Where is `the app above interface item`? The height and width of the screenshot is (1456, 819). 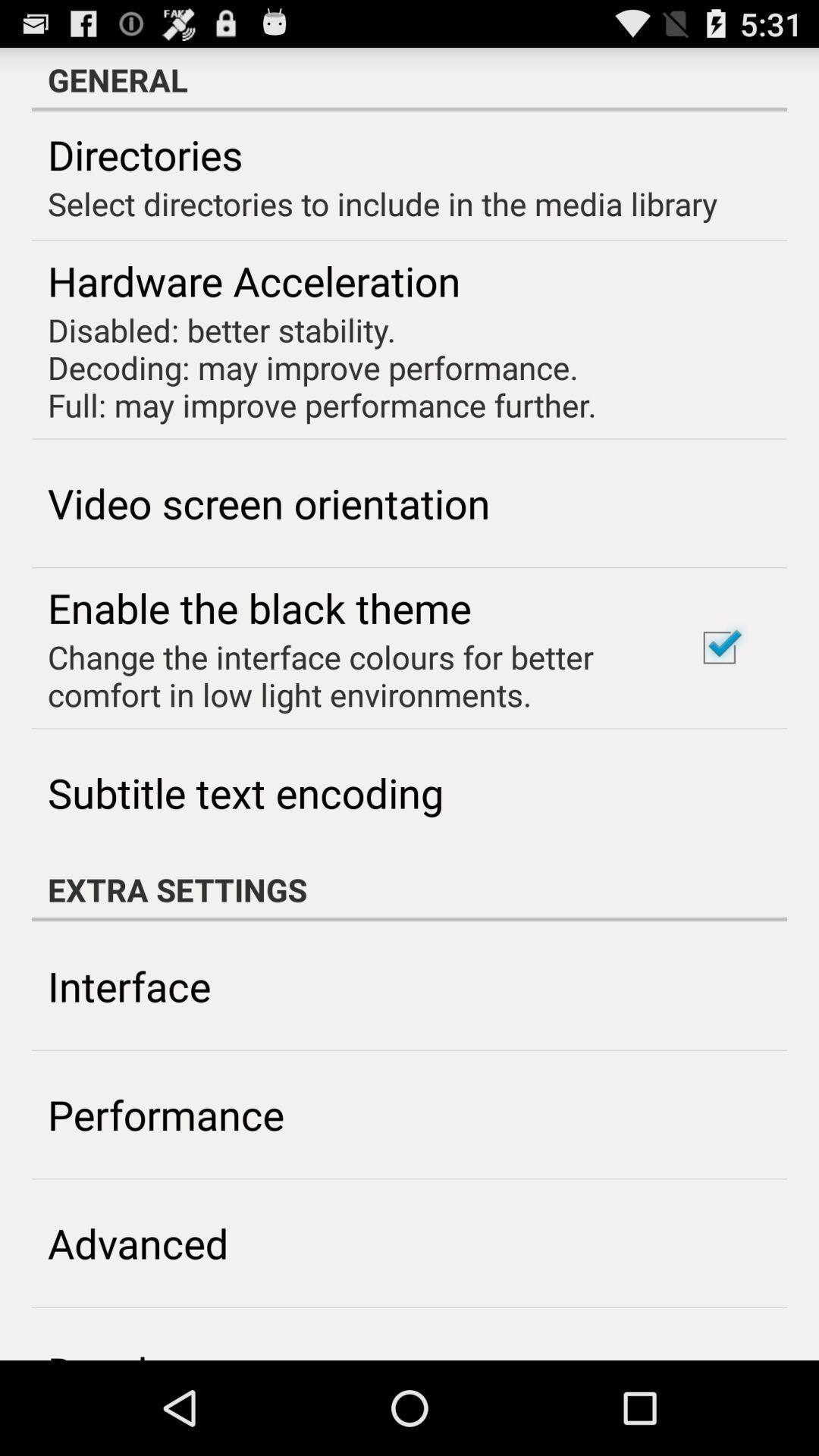
the app above interface item is located at coordinates (409, 889).